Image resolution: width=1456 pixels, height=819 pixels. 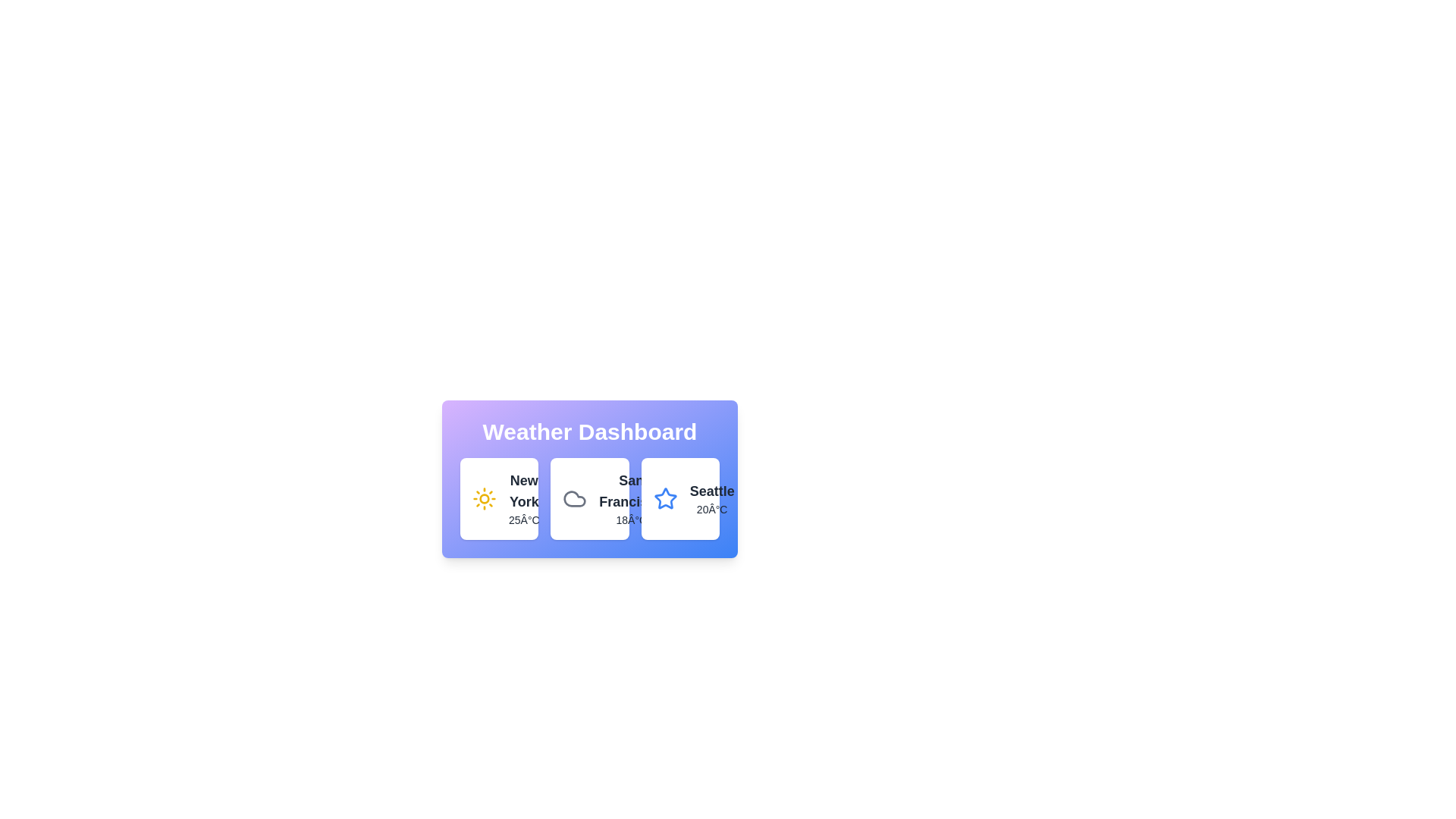 What do you see at coordinates (483, 499) in the screenshot?
I see `the decorative SVG circle at the center of the sun icon in the New York weather card, which represents sunny weather conditions` at bounding box center [483, 499].